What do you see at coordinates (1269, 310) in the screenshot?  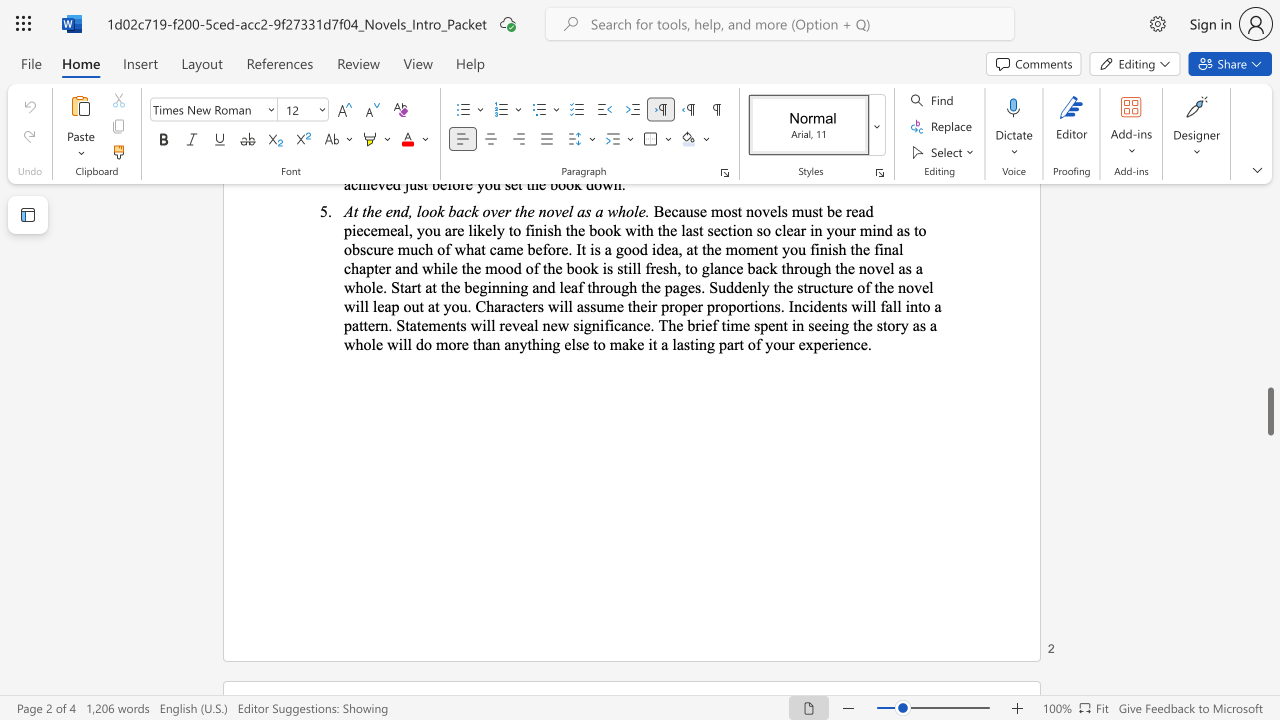 I see `the scrollbar to slide the page up` at bounding box center [1269, 310].